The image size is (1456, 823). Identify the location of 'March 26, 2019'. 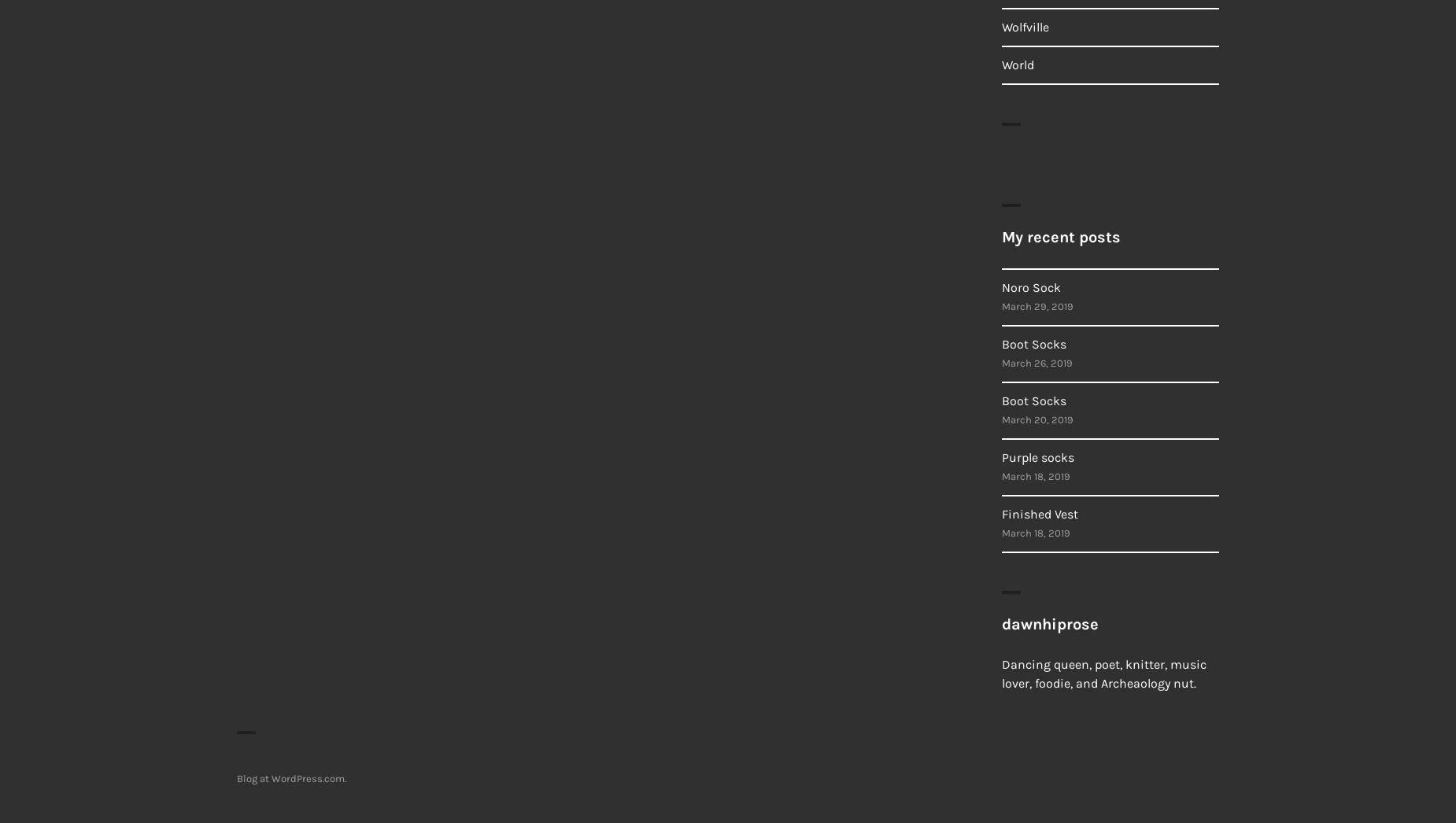
(1036, 362).